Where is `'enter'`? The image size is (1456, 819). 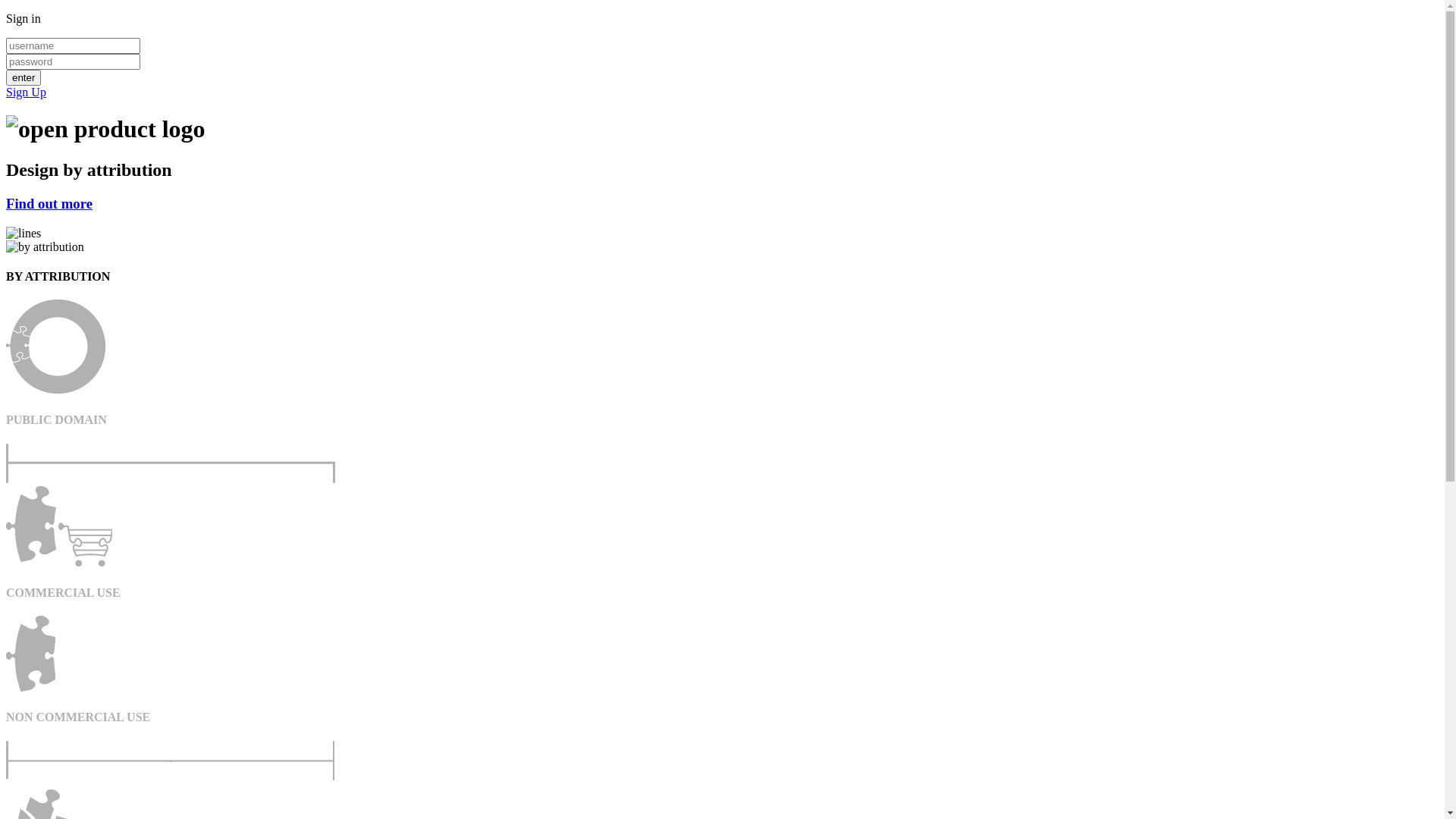 'enter' is located at coordinates (23, 77).